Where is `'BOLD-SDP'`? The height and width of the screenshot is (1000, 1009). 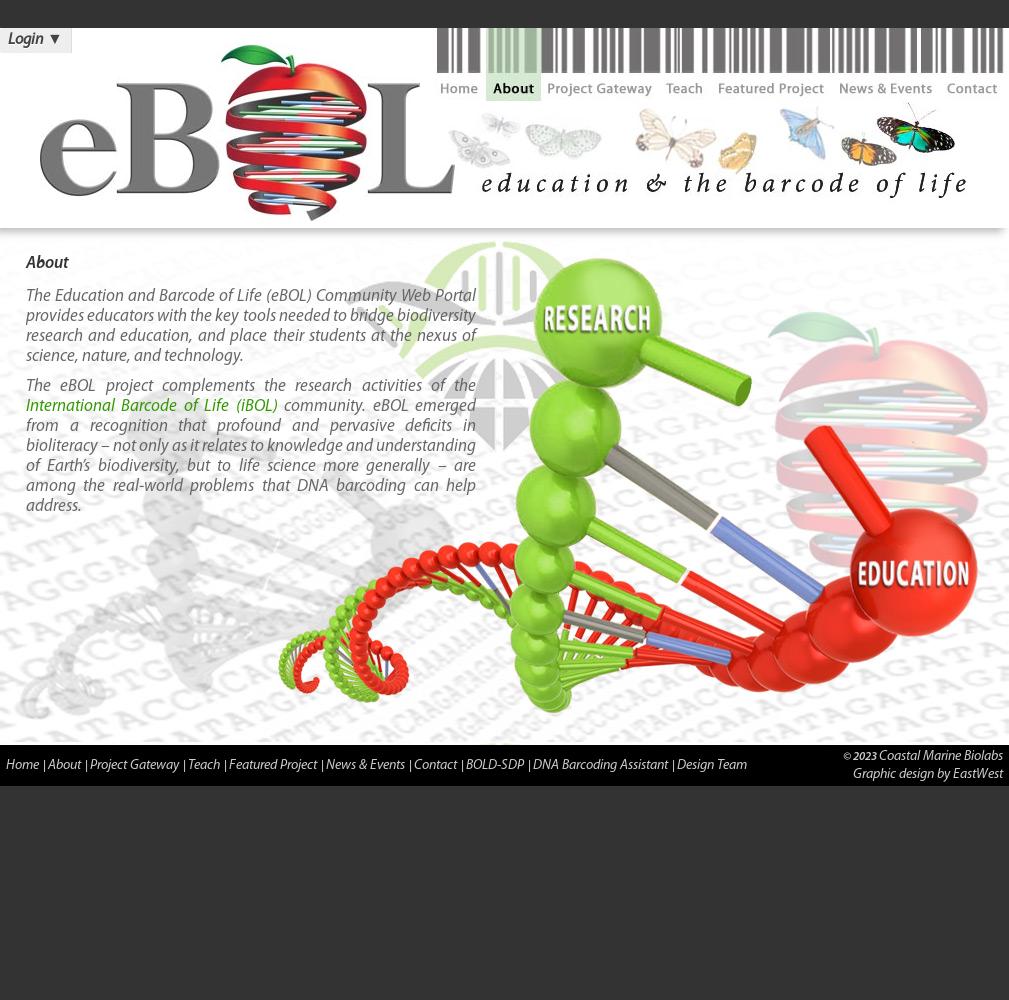
'BOLD-SDP' is located at coordinates (464, 764).